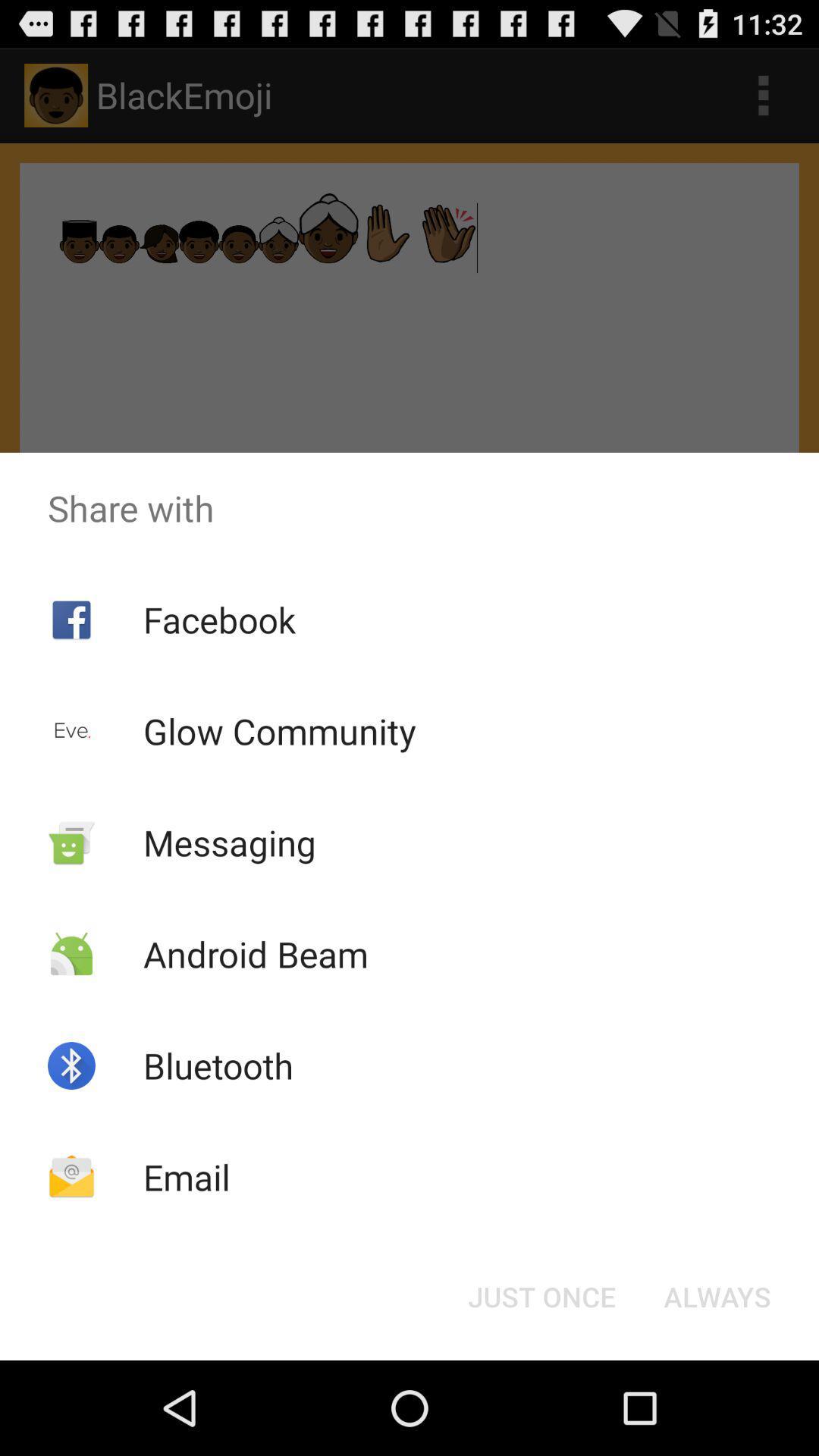 This screenshot has height=1456, width=819. What do you see at coordinates (186, 1176) in the screenshot?
I see `the item below the bluetooth app` at bounding box center [186, 1176].